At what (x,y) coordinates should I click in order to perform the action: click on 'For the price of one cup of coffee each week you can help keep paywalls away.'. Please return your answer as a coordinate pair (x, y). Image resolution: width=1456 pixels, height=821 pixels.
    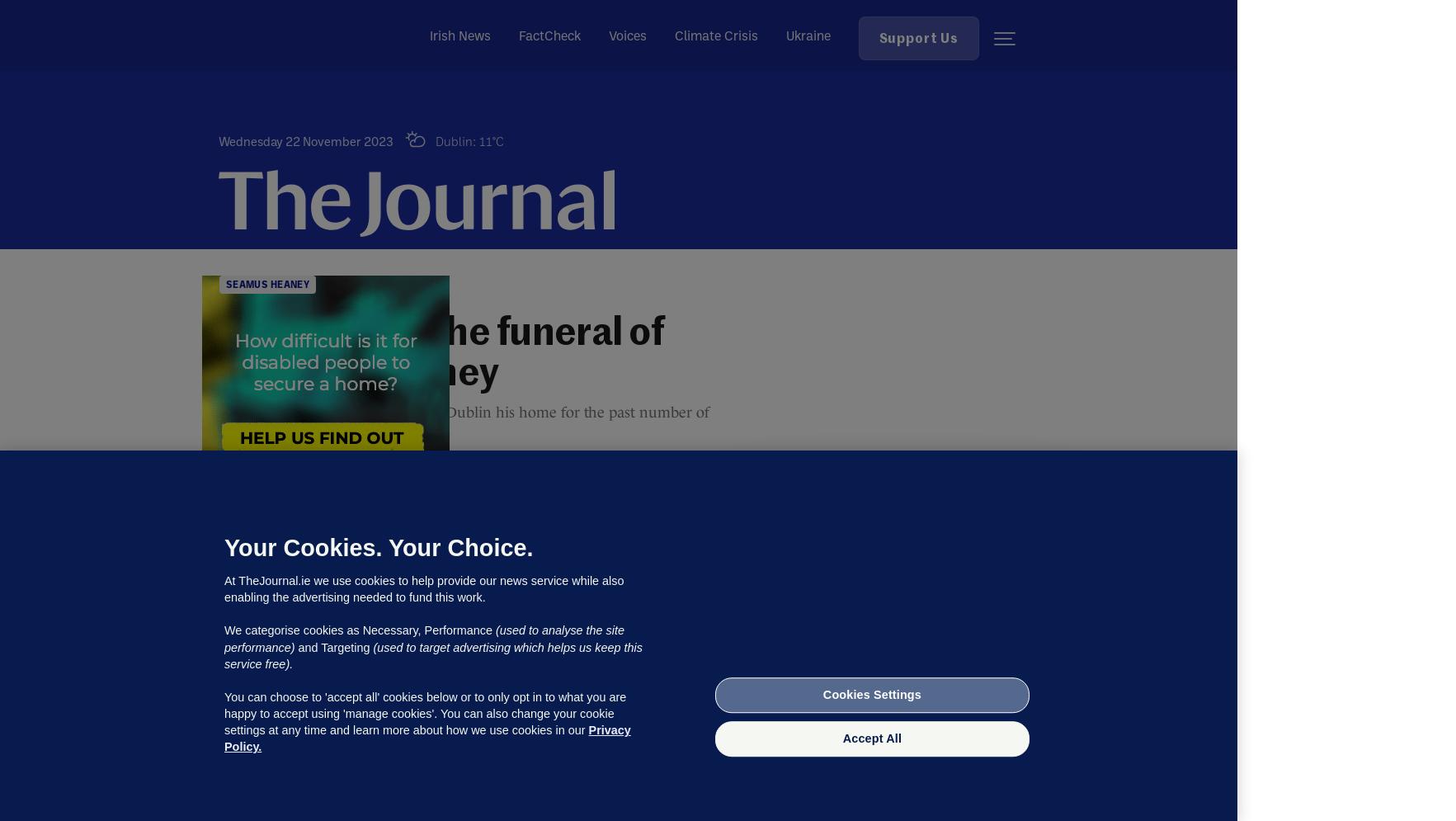
    Looking at the image, I should click on (891, 717).